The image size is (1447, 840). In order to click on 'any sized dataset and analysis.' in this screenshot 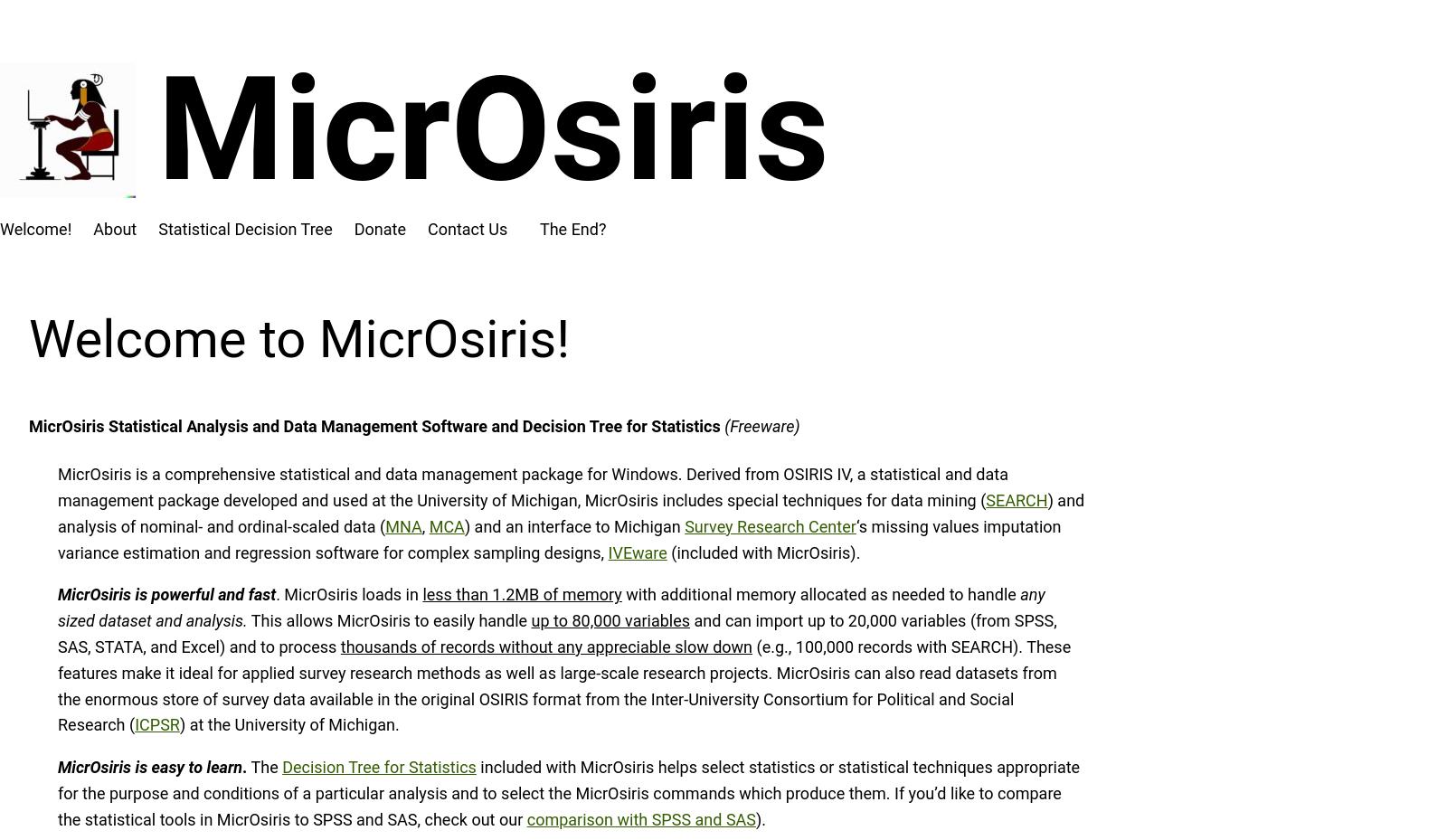, I will do `click(57, 608)`.